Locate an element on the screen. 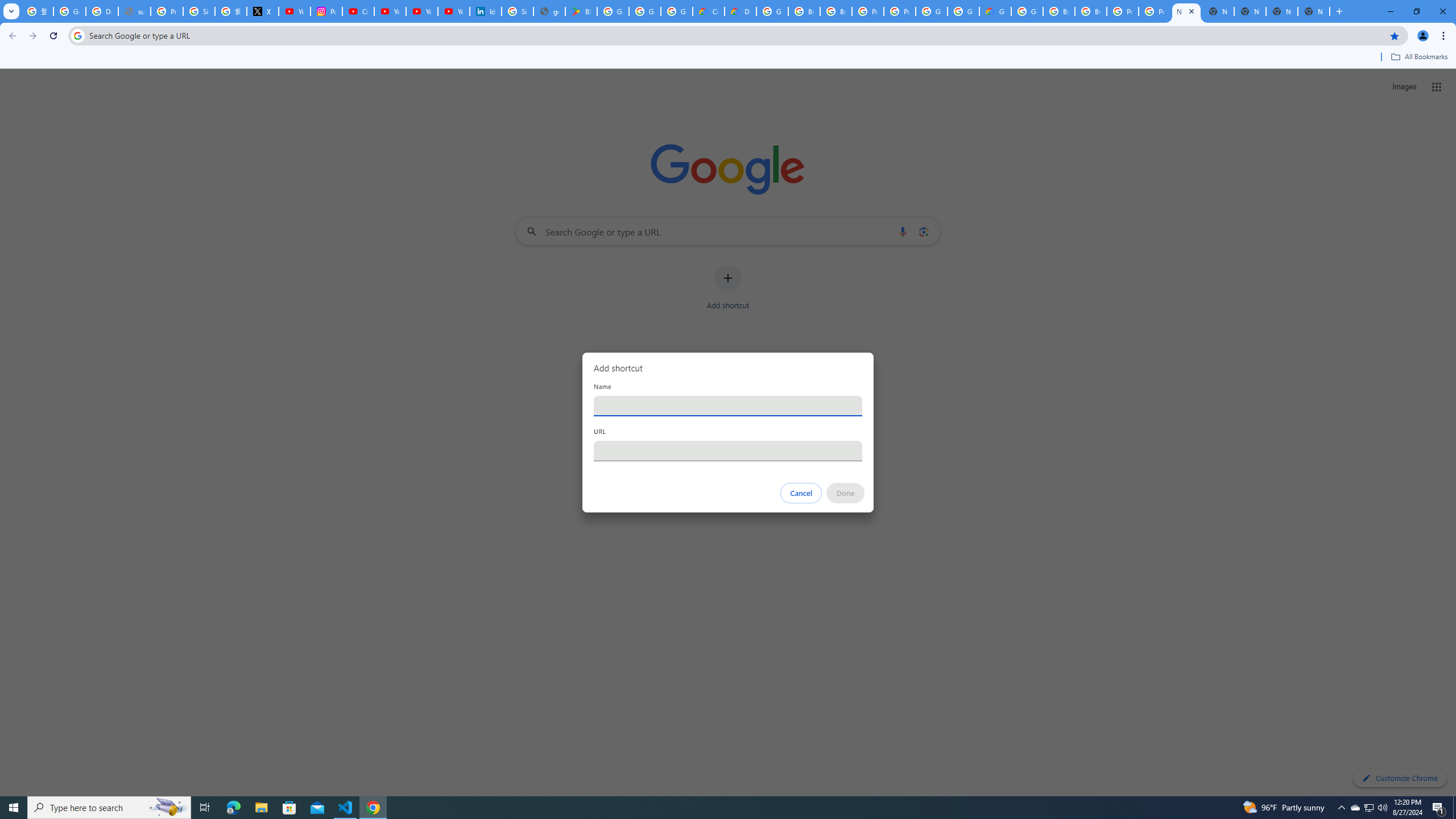  'Google Cloud Estimate Summary' is located at coordinates (994, 11).